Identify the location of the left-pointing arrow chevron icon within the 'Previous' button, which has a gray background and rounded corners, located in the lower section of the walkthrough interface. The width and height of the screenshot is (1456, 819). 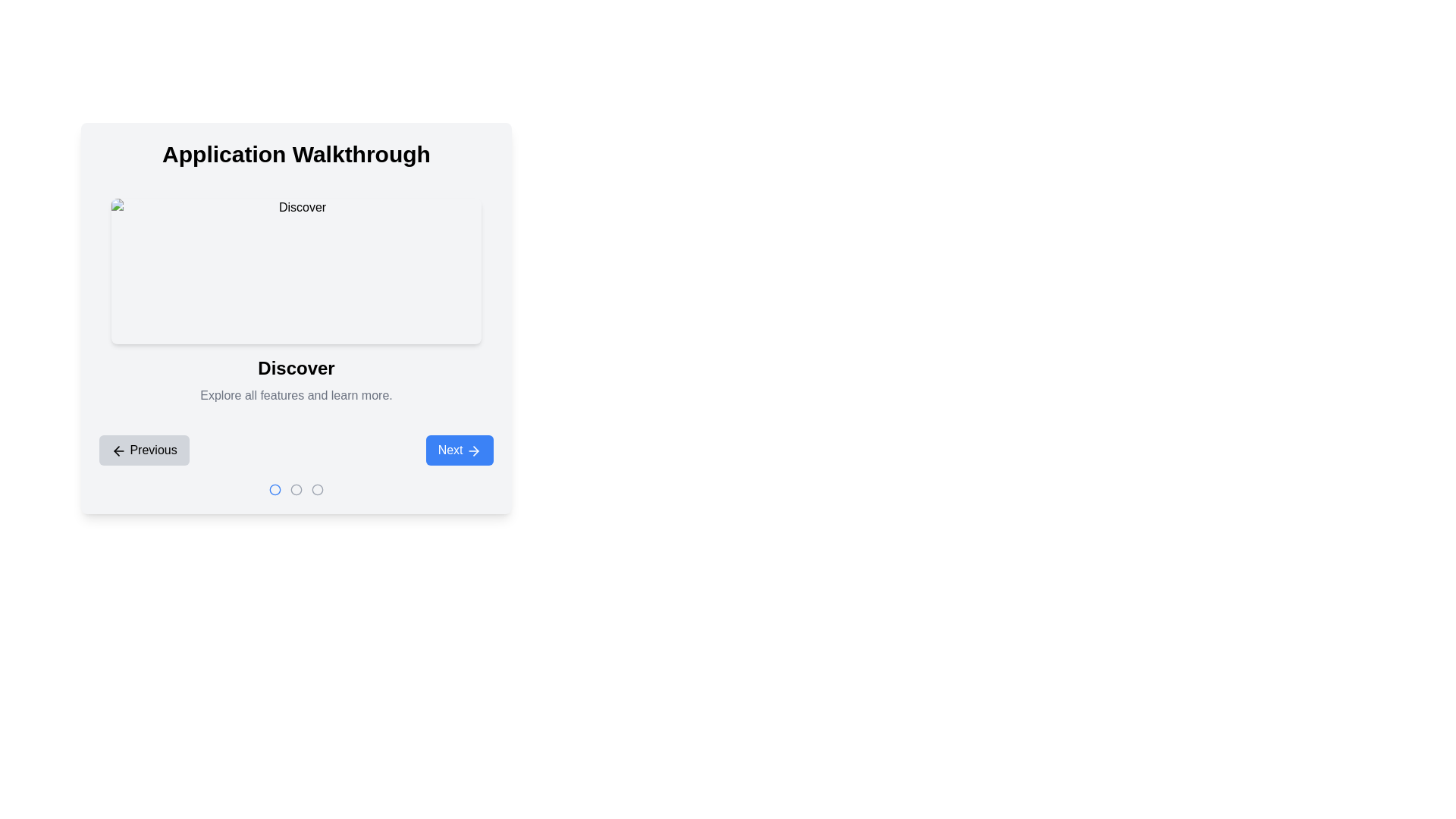
(116, 450).